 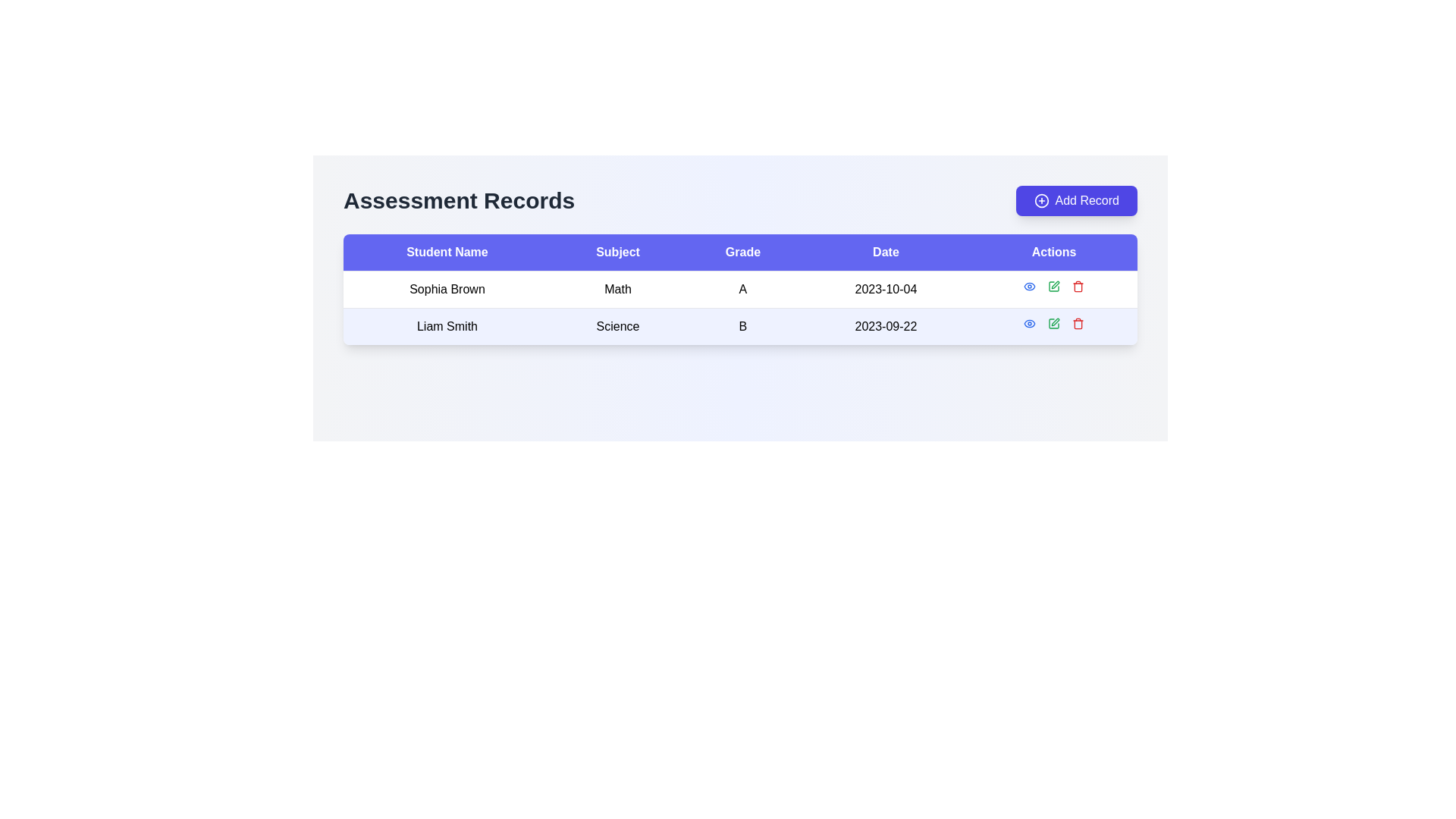 What do you see at coordinates (1040, 200) in the screenshot?
I see `the icon that indicates the action of adding a new record, located to the right of the 'Add Record' button` at bounding box center [1040, 200].